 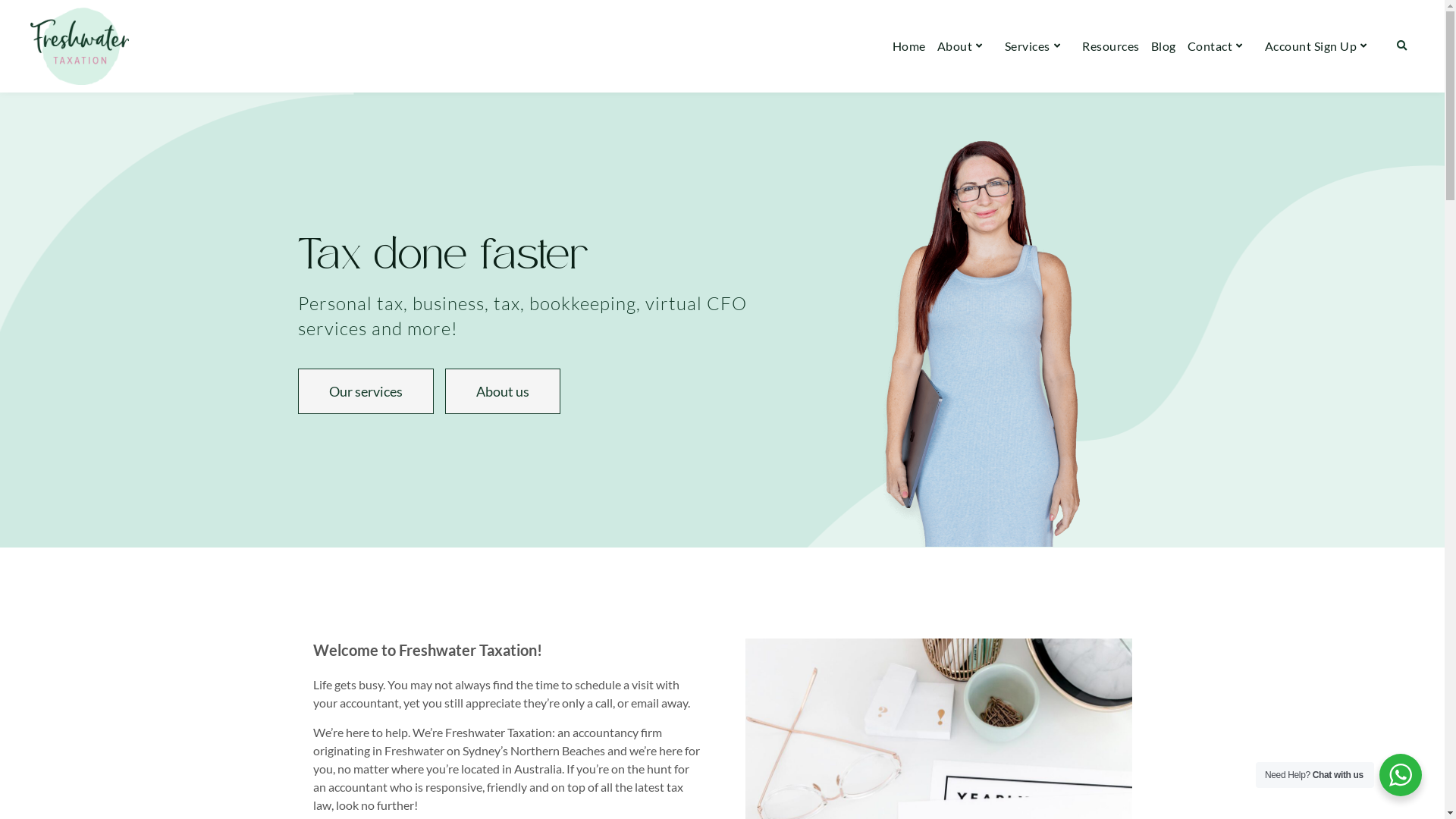 I want to click on 'Contact', so click(x=1186, y=45).